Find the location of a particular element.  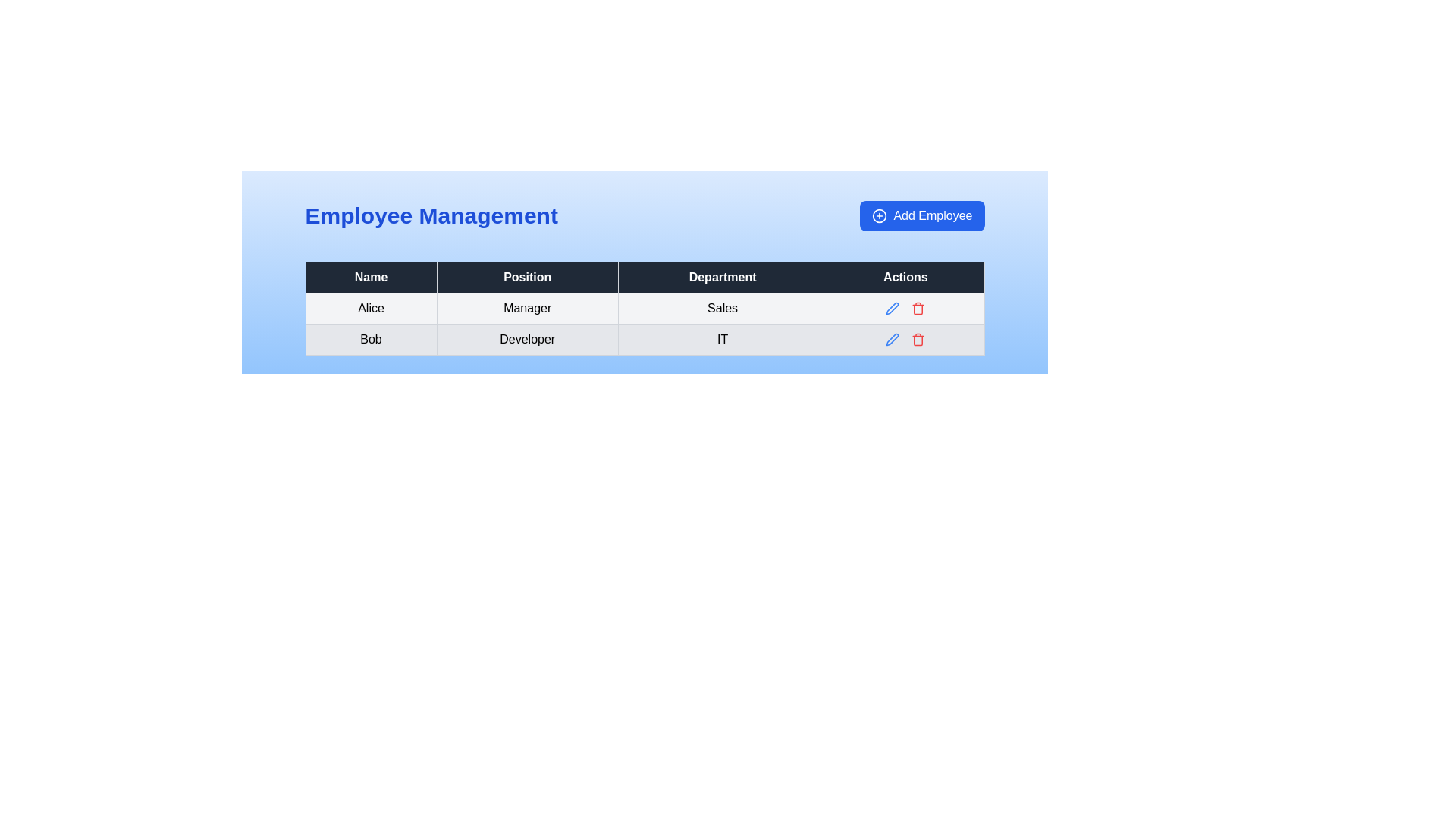

the blue pen icon button located in the 'Actions' column of the second row under user 'Bob' is located at coordinates (893, 308).